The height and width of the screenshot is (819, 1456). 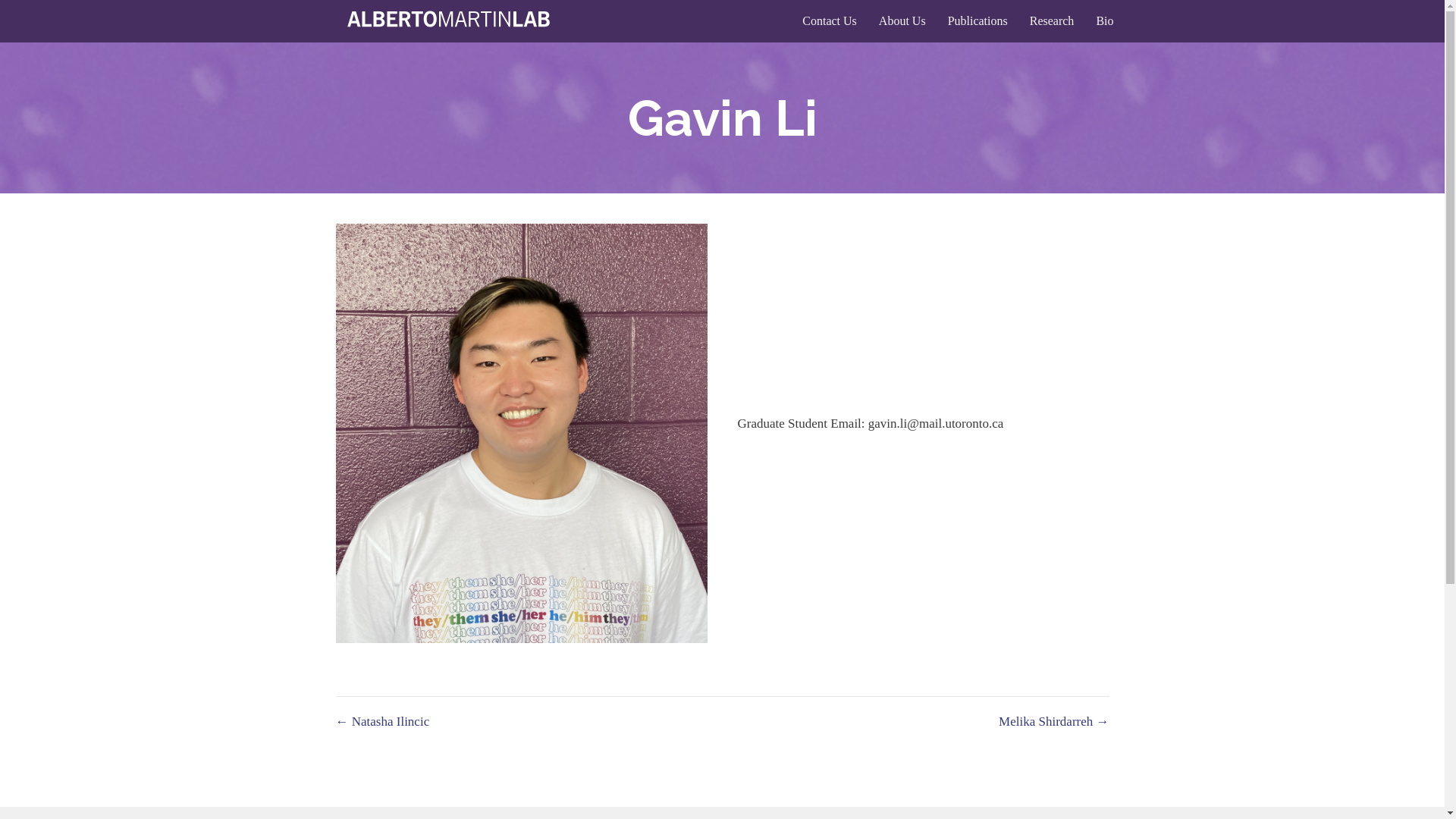 I want to click on 'Contact Us', so click(x=829, y=20).